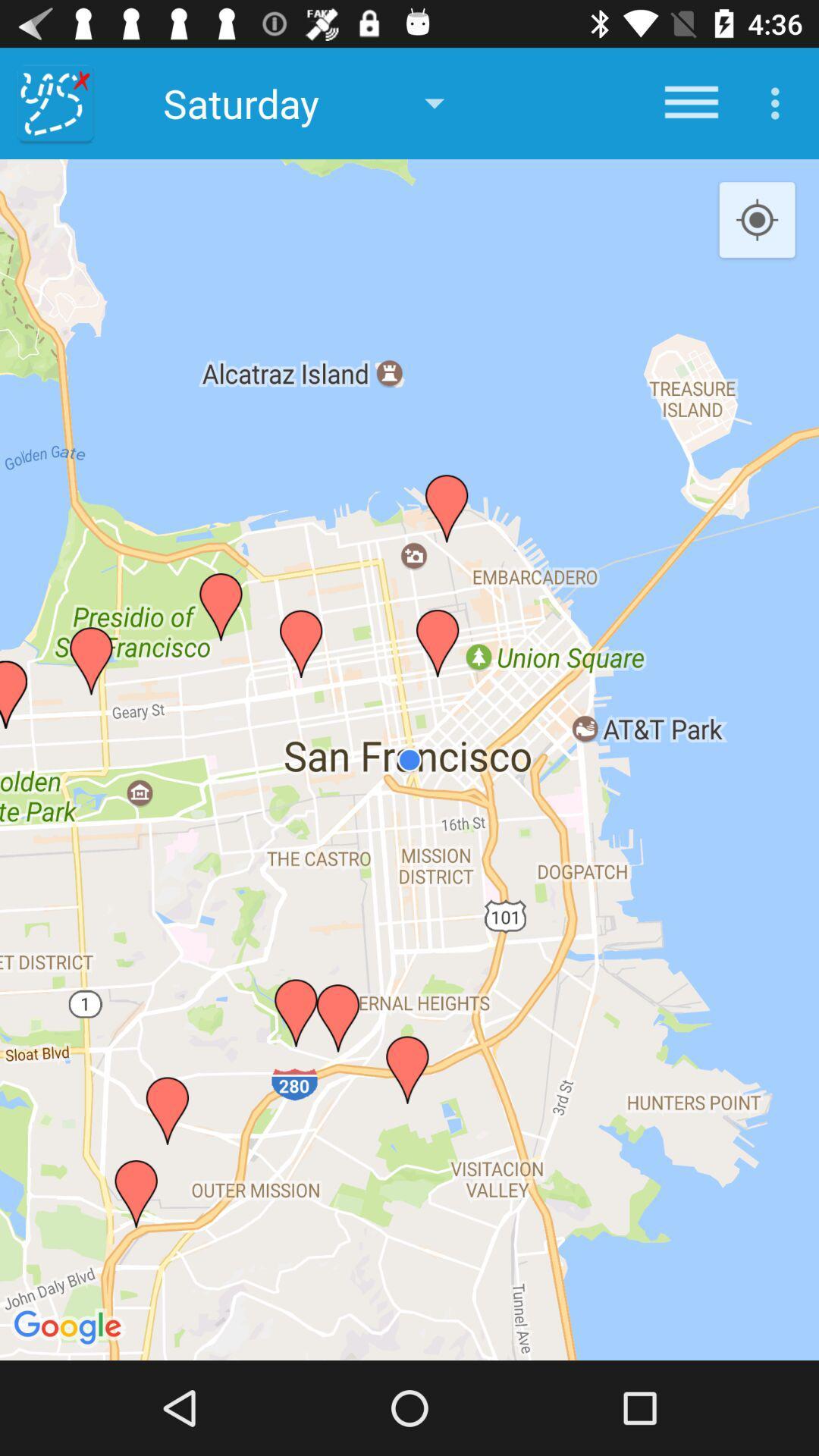 The height and width of the screenshot is (1456, 819). Describe the element at coordinates (691, 102) in the screenshot. I see `item to the right of saturday` at that location.